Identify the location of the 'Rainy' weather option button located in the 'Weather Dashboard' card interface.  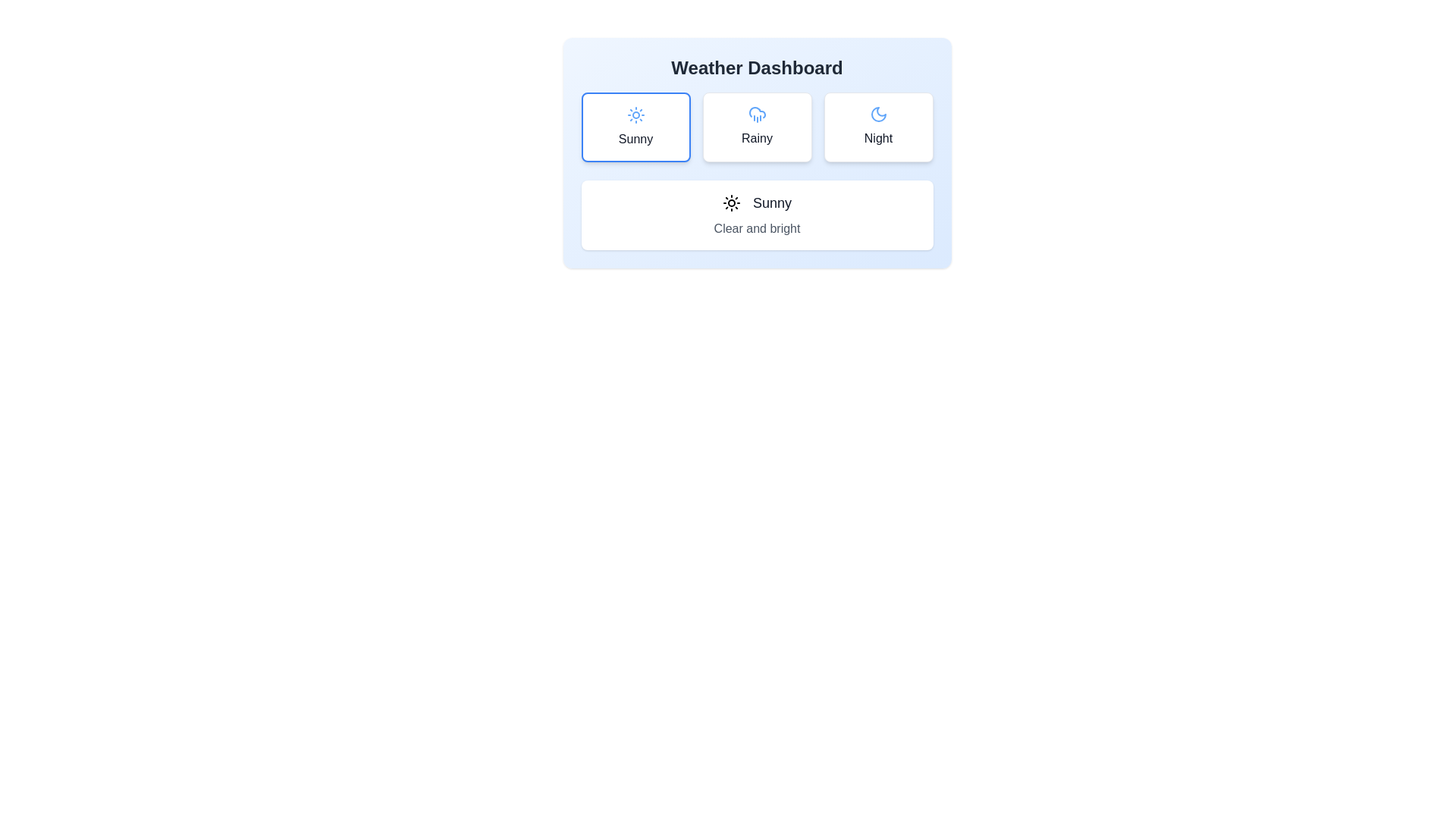
(757, 152).